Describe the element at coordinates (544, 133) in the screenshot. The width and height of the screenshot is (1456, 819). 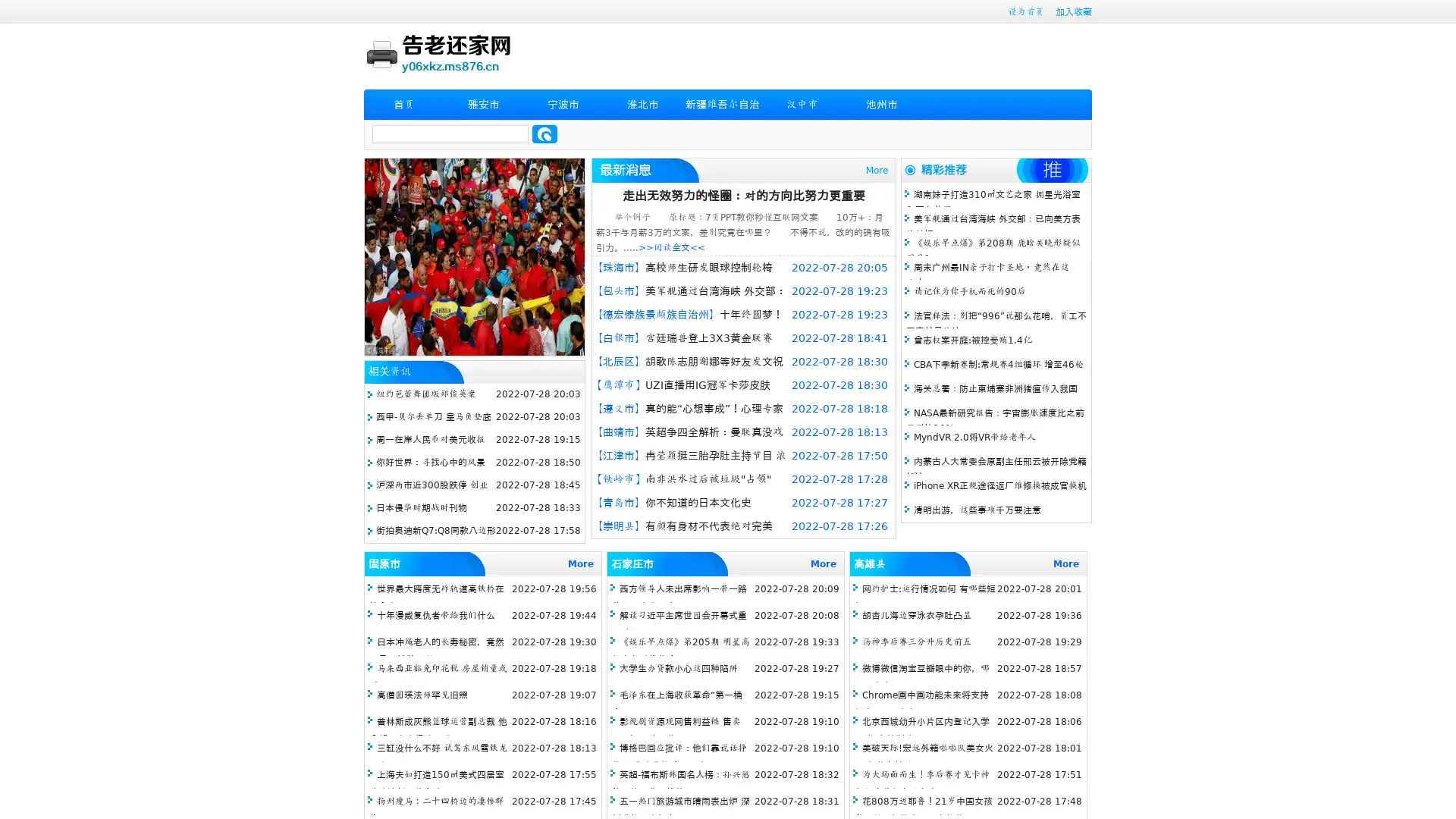
I see `Search` at that location.